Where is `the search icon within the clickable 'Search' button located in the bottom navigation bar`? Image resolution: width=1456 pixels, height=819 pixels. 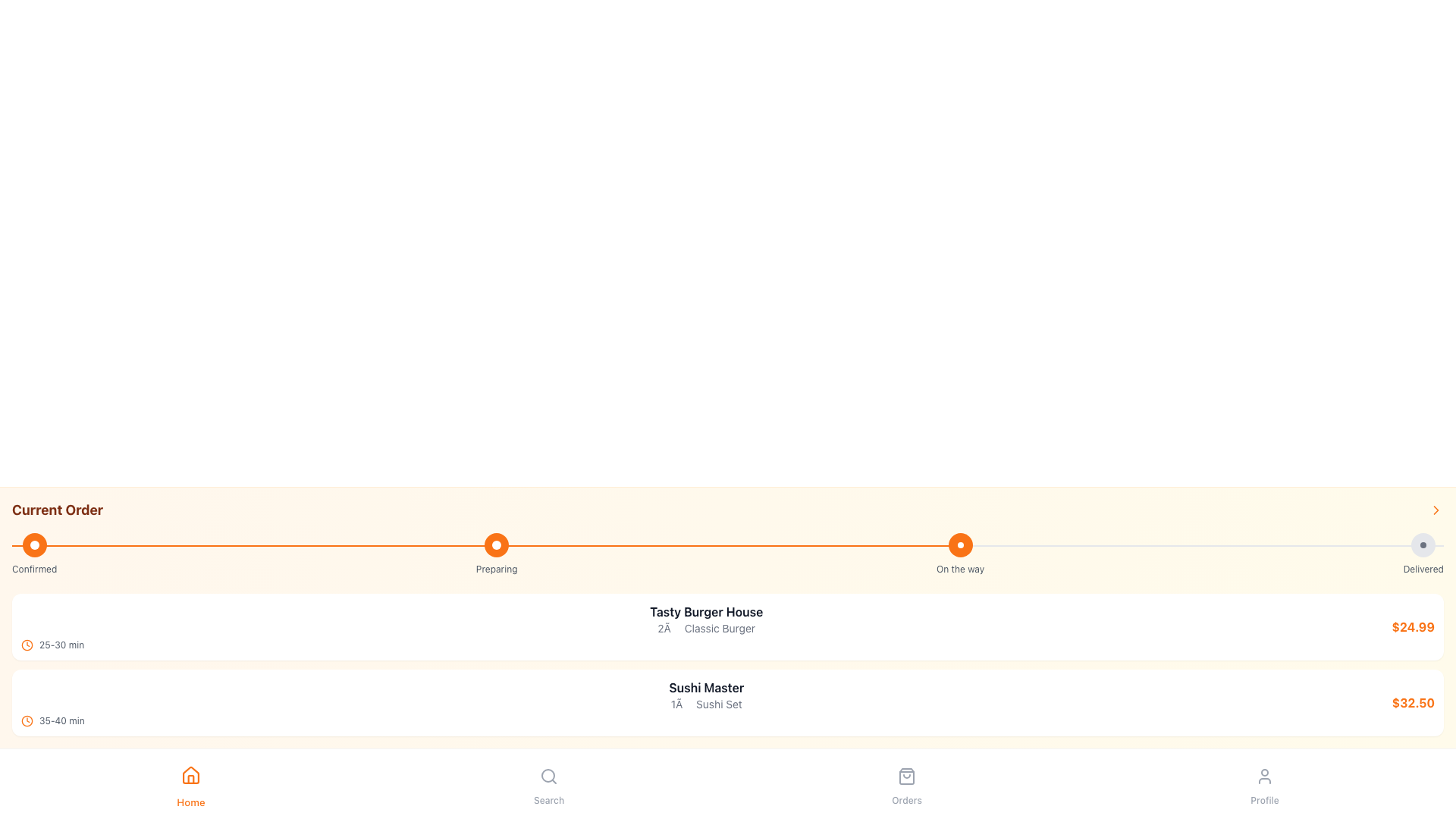 the search icon within the clickable 'Search' button located in the bottom navigation bar is located at coordinates (548, 776).